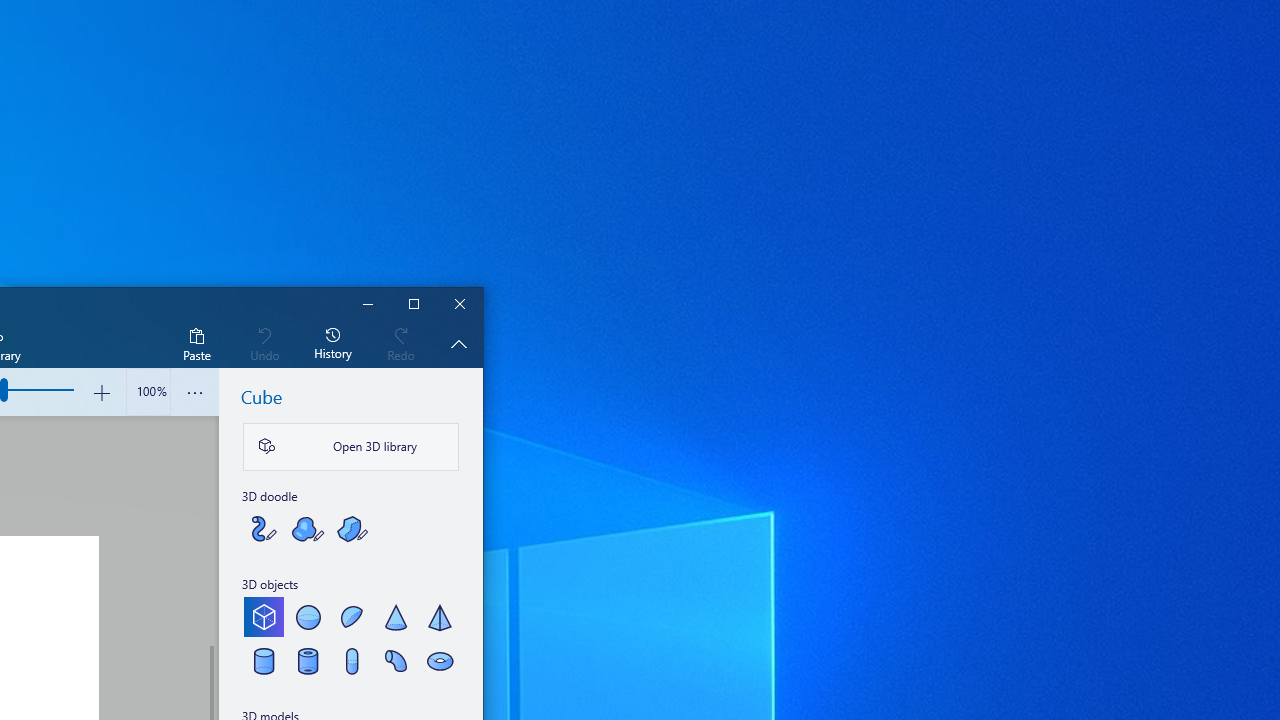 This screenshot has width=1280, height=720. Describe the element at coordinates (351, 446) in the screenshot. I see `'Open 3D library'` at that location.